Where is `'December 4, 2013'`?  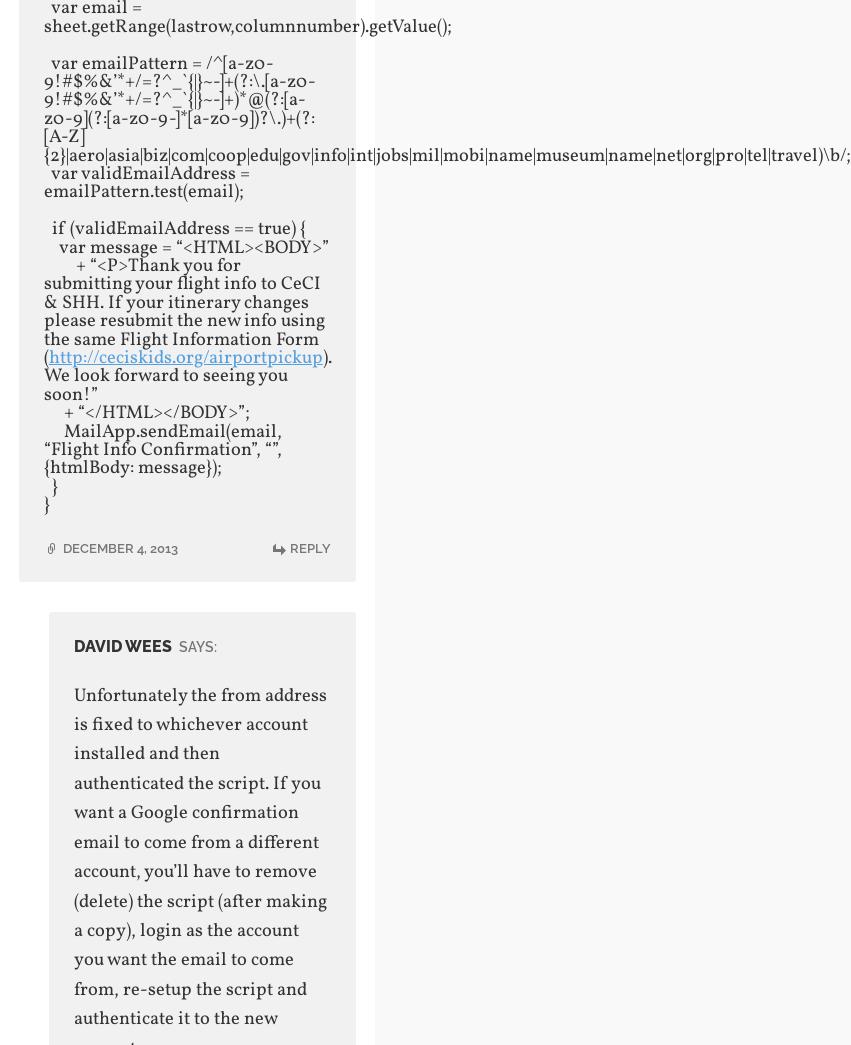
'December 4, 2013' is located at coordinates (119, 547).